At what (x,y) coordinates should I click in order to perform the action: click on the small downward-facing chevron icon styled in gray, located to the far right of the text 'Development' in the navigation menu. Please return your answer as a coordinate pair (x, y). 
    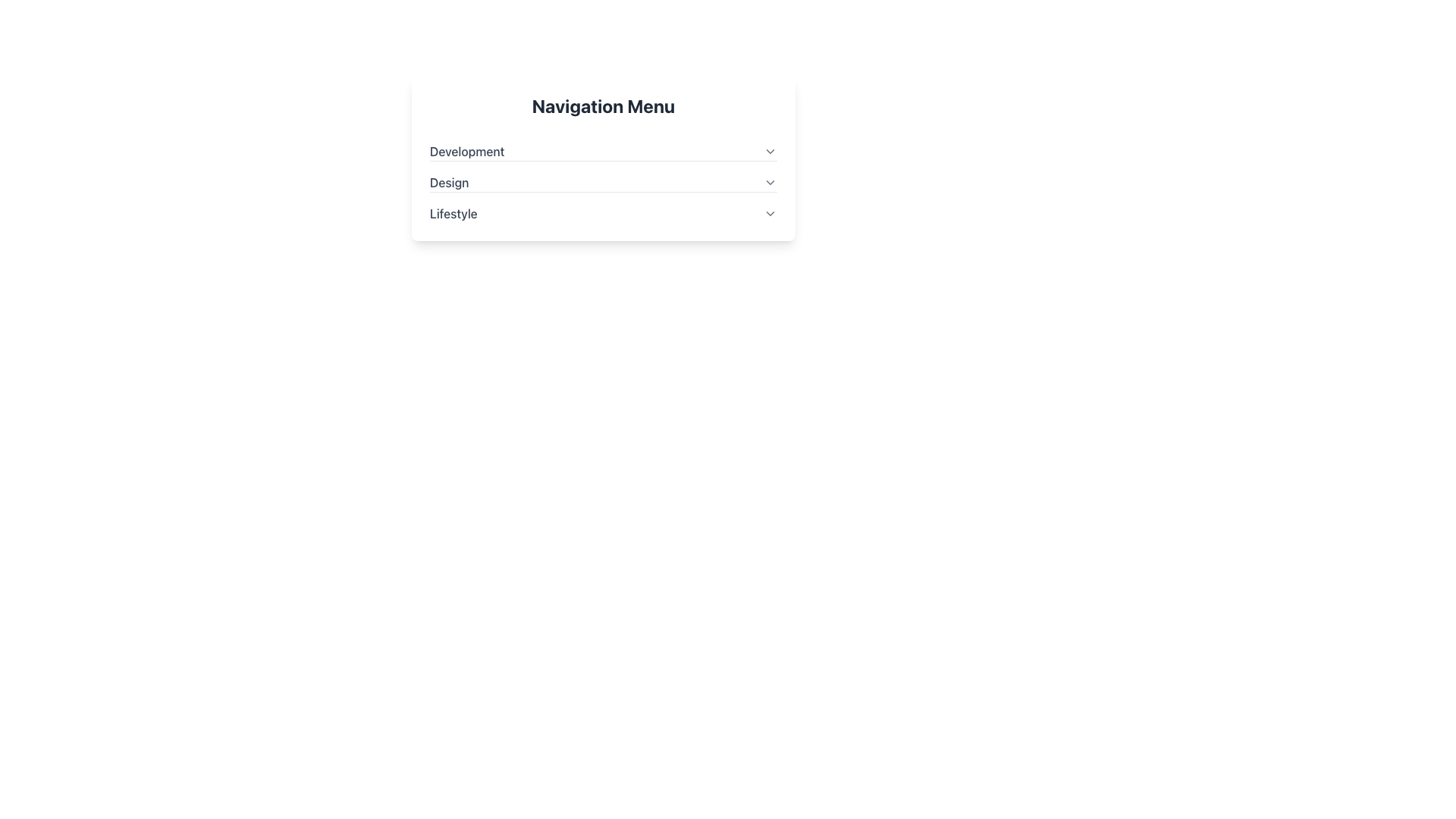
    Looking at the image, I should click on (770, 152).